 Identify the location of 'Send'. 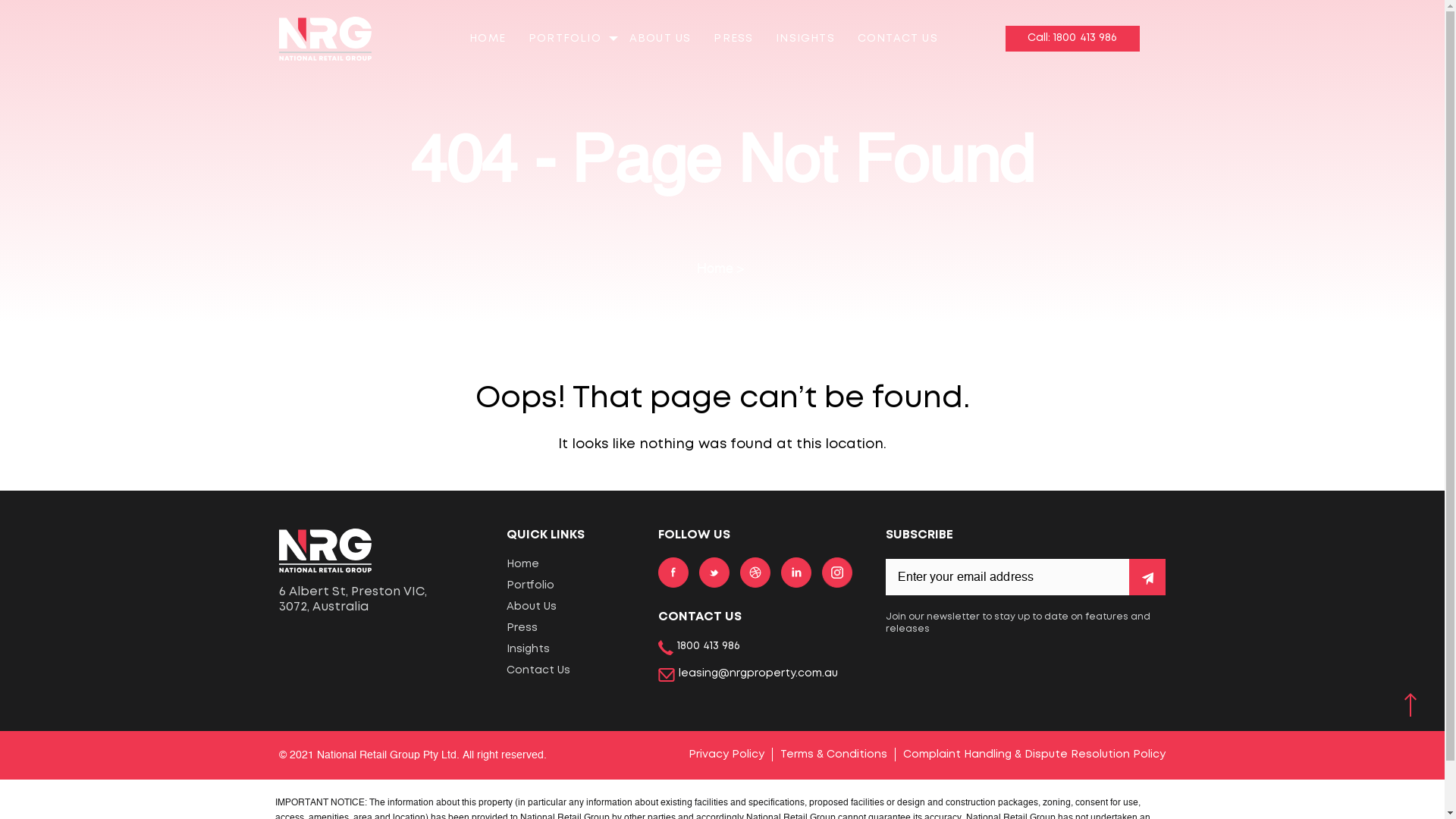
(1147, 576).